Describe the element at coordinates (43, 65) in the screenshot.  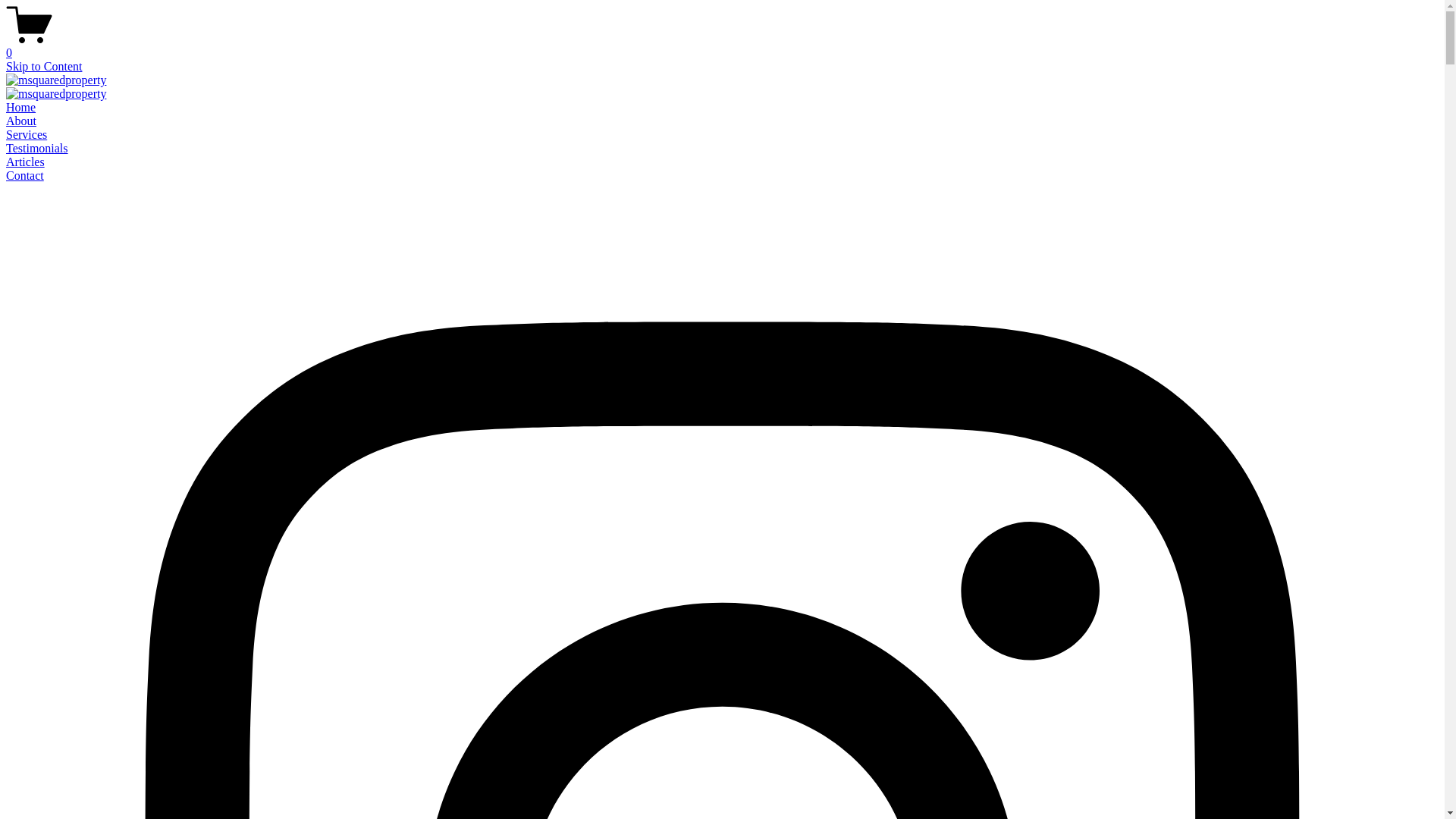
I see `'Skip to Content'` at that location.